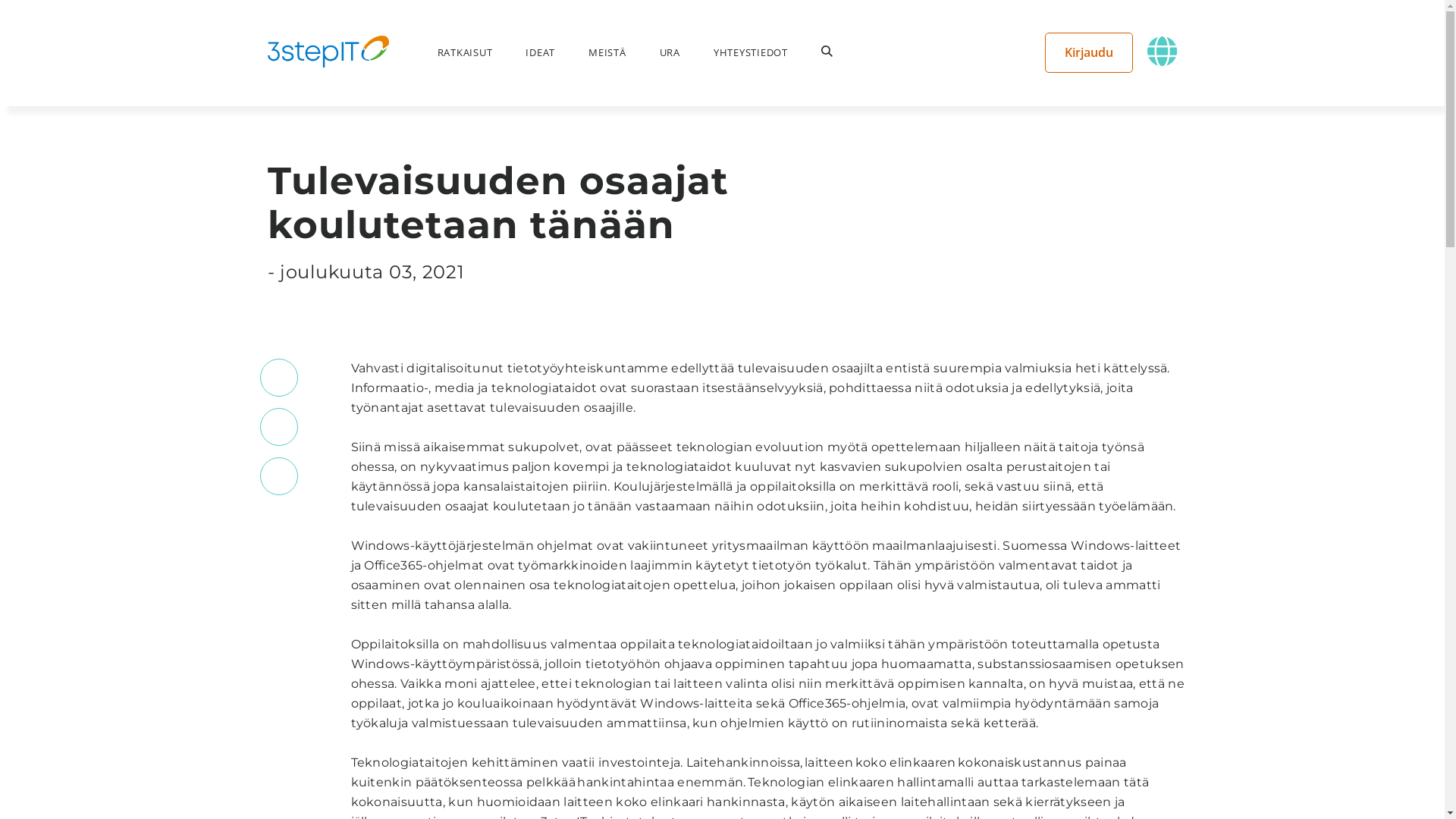  What do you see at coordinates (698, 52) in the screenshot?
I see `'YHTEYSTIEDOT'` at bounding box center [698, 52].